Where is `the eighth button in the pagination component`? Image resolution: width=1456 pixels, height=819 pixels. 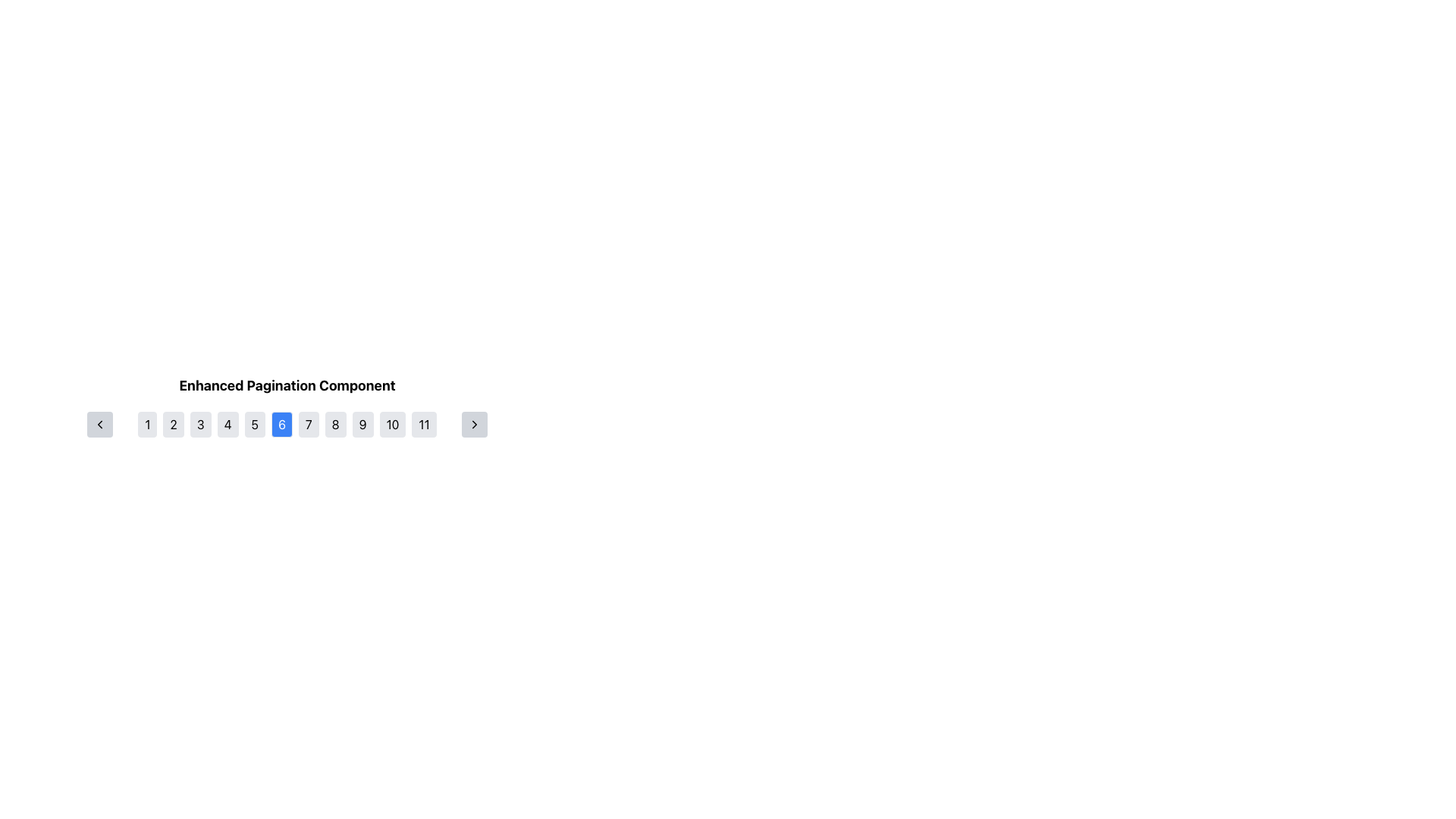 the eighth button in the pagination component is located at coordinates (334, 424).